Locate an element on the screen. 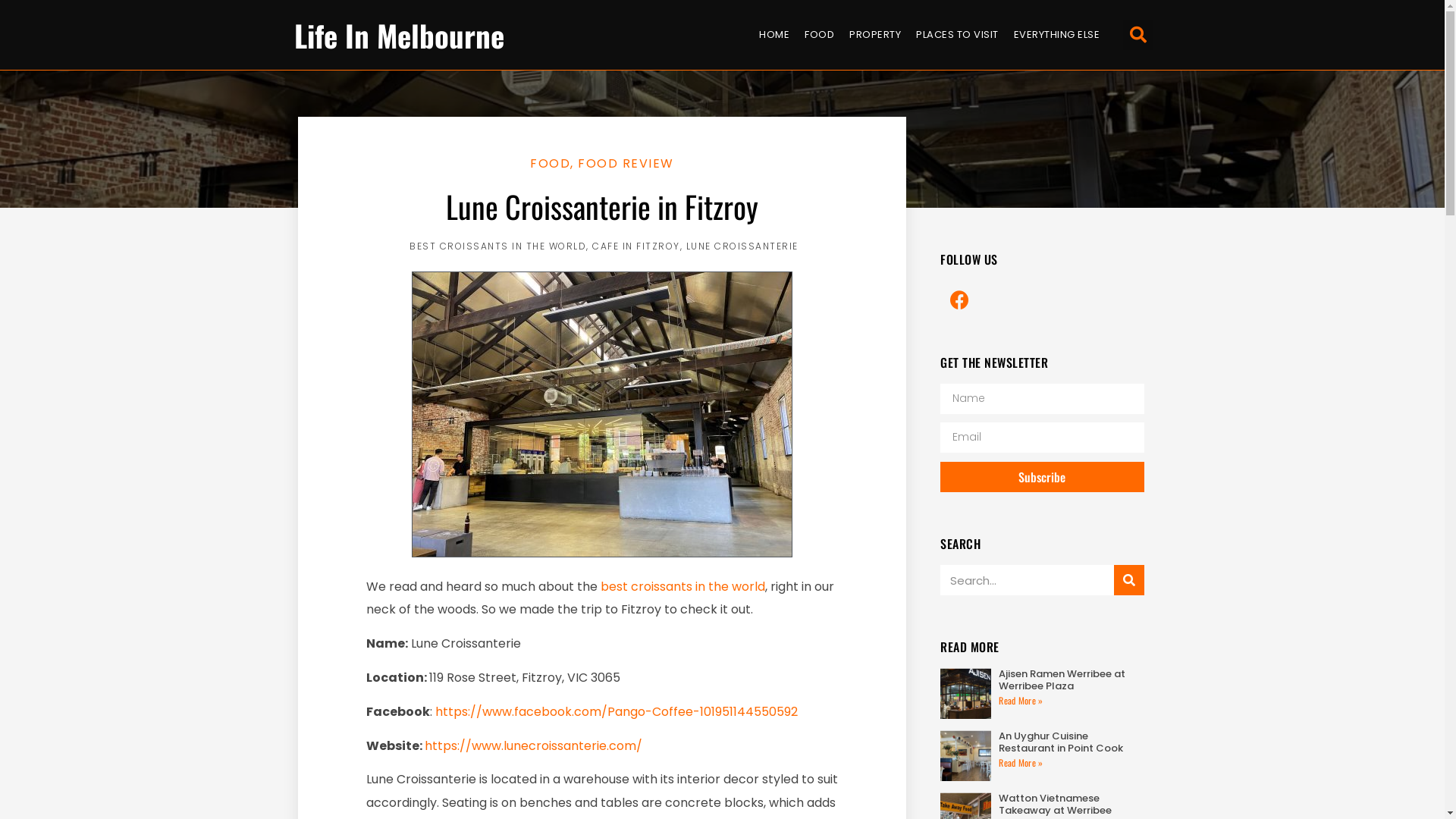 This screenshot has width=1456, height=819. 'HOME' is located at coordinates (774, 34).